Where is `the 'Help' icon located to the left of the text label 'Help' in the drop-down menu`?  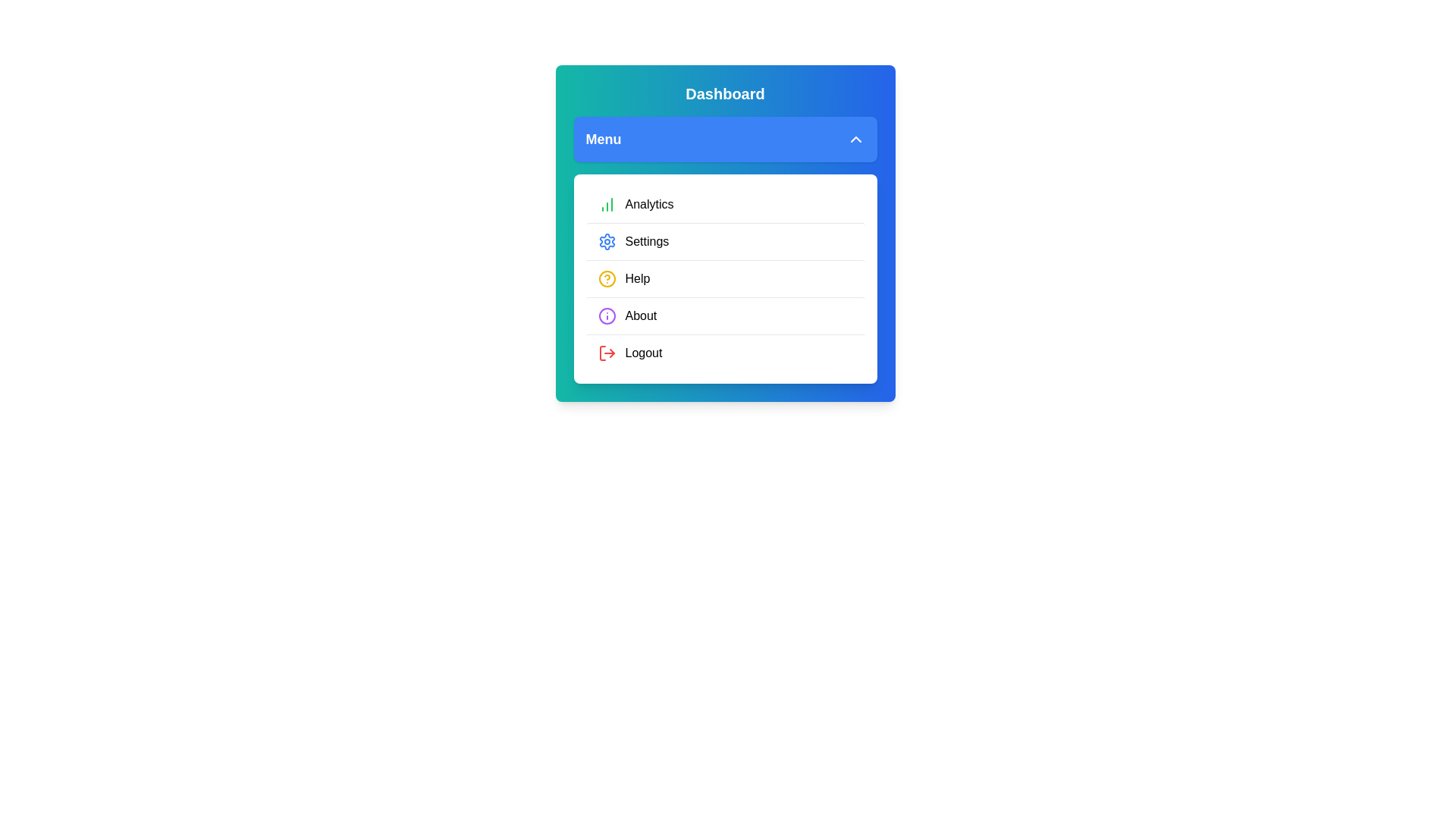
the 'Help' icon located to the left of the text label 'Help' in the drop-down menu is located at coordinates (607, 278).